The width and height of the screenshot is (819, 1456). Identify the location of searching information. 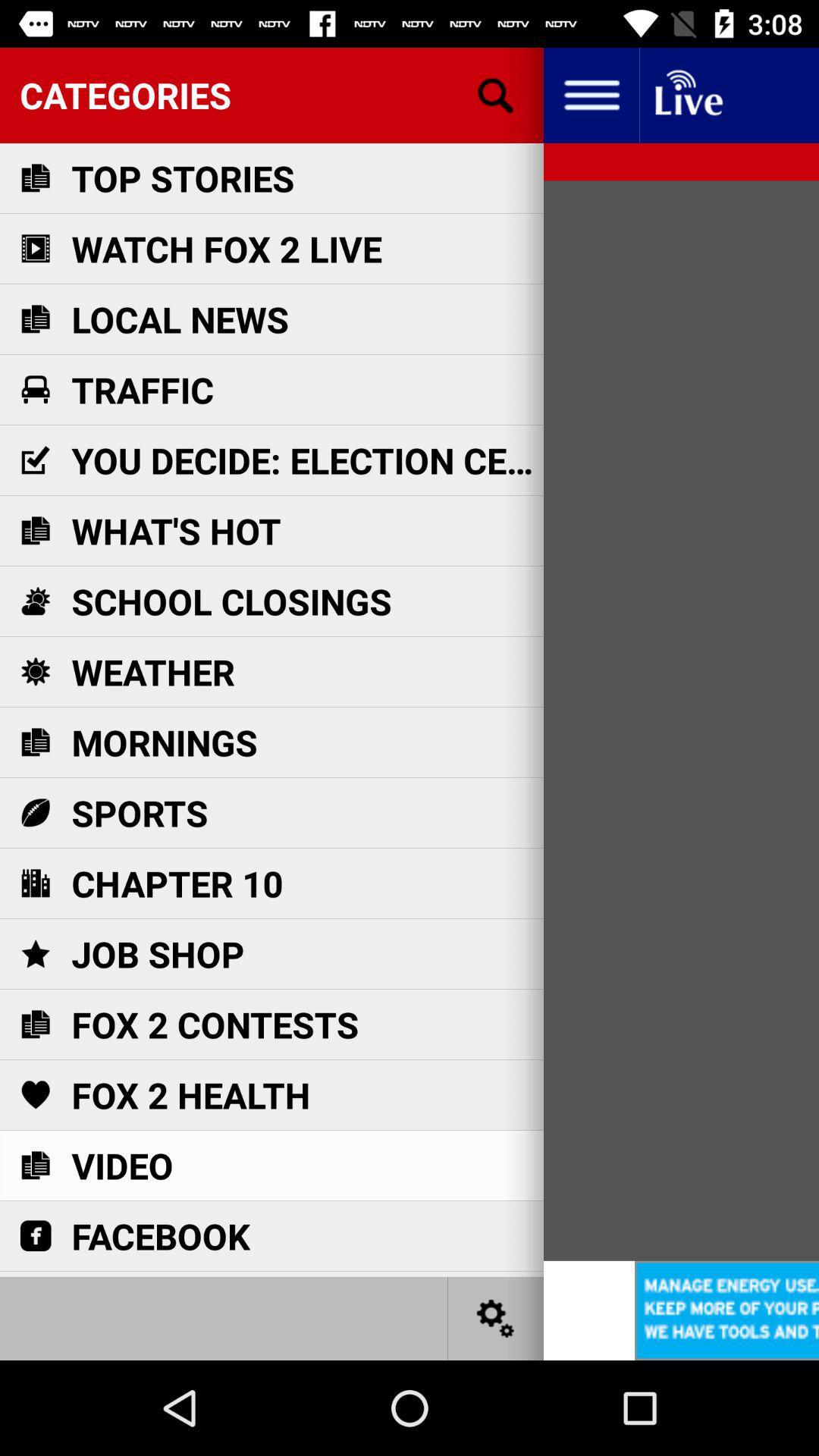
(496, 94).